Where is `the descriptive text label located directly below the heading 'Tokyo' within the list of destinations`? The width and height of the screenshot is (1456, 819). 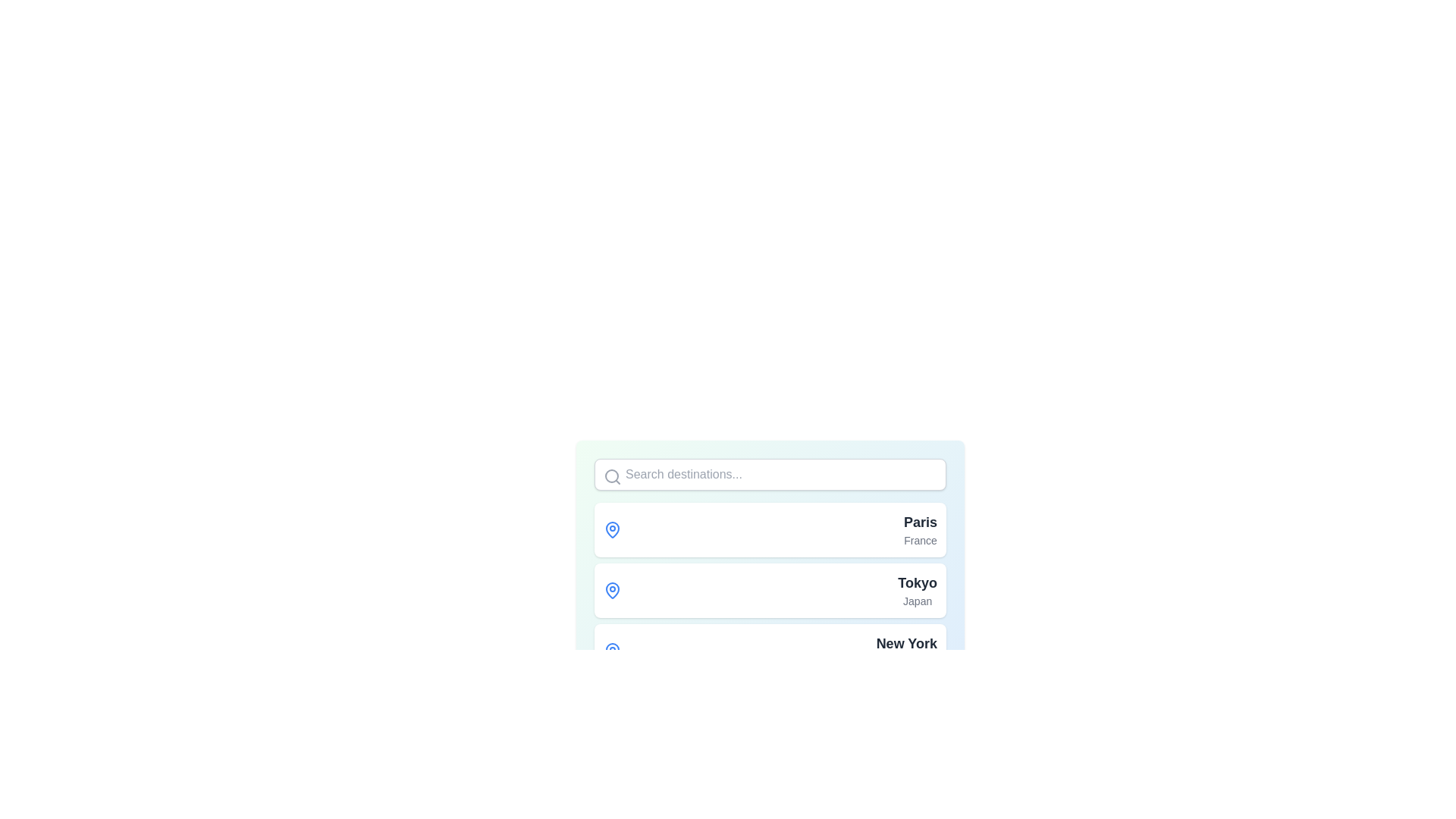 the descriptive text label located directly below the heading 'Tokyo' within the list of destinations is located at coordinates (917, 601).